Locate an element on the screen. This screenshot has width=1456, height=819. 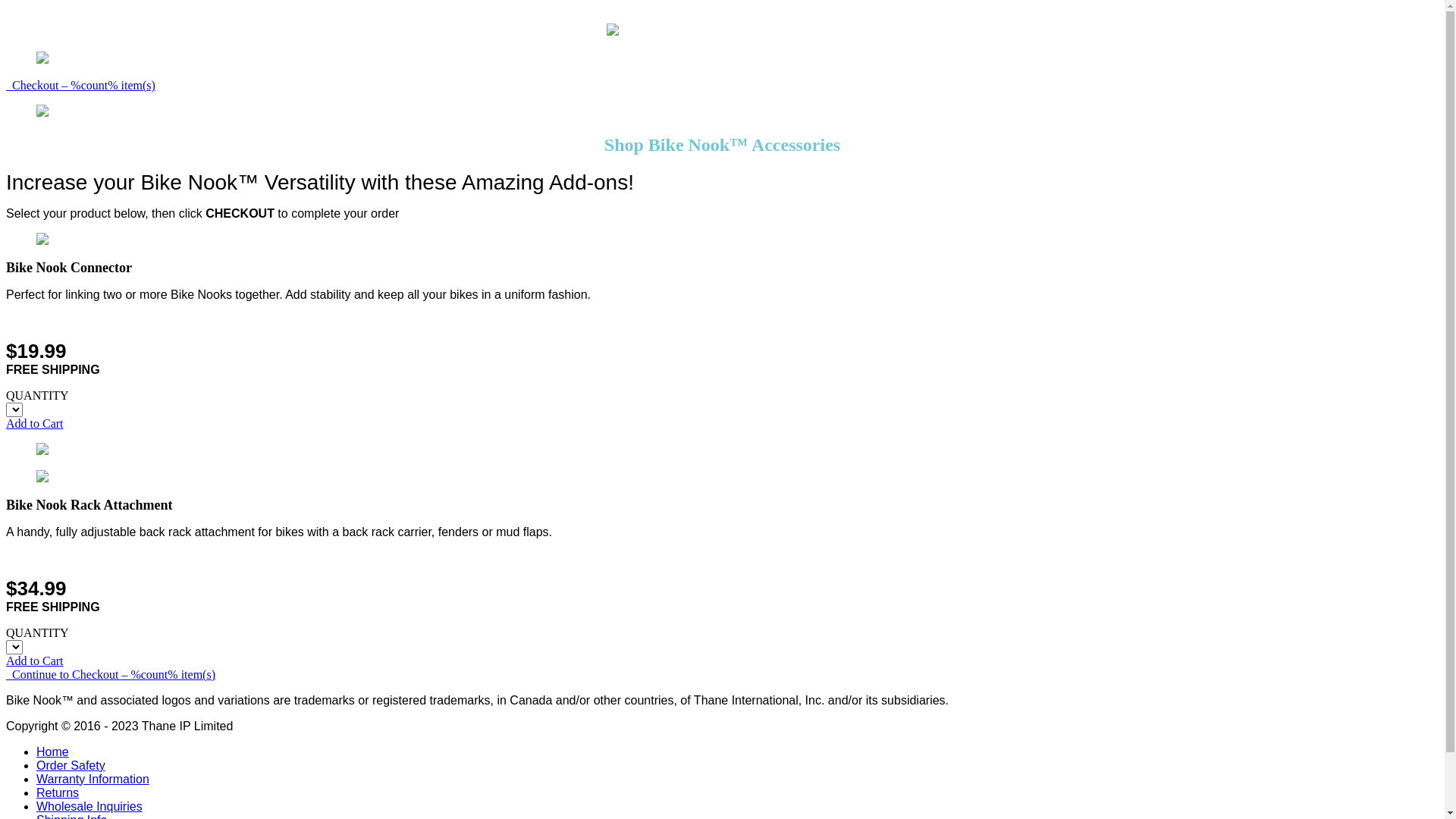
'Order Safety' is located at coordinates (36, 765).